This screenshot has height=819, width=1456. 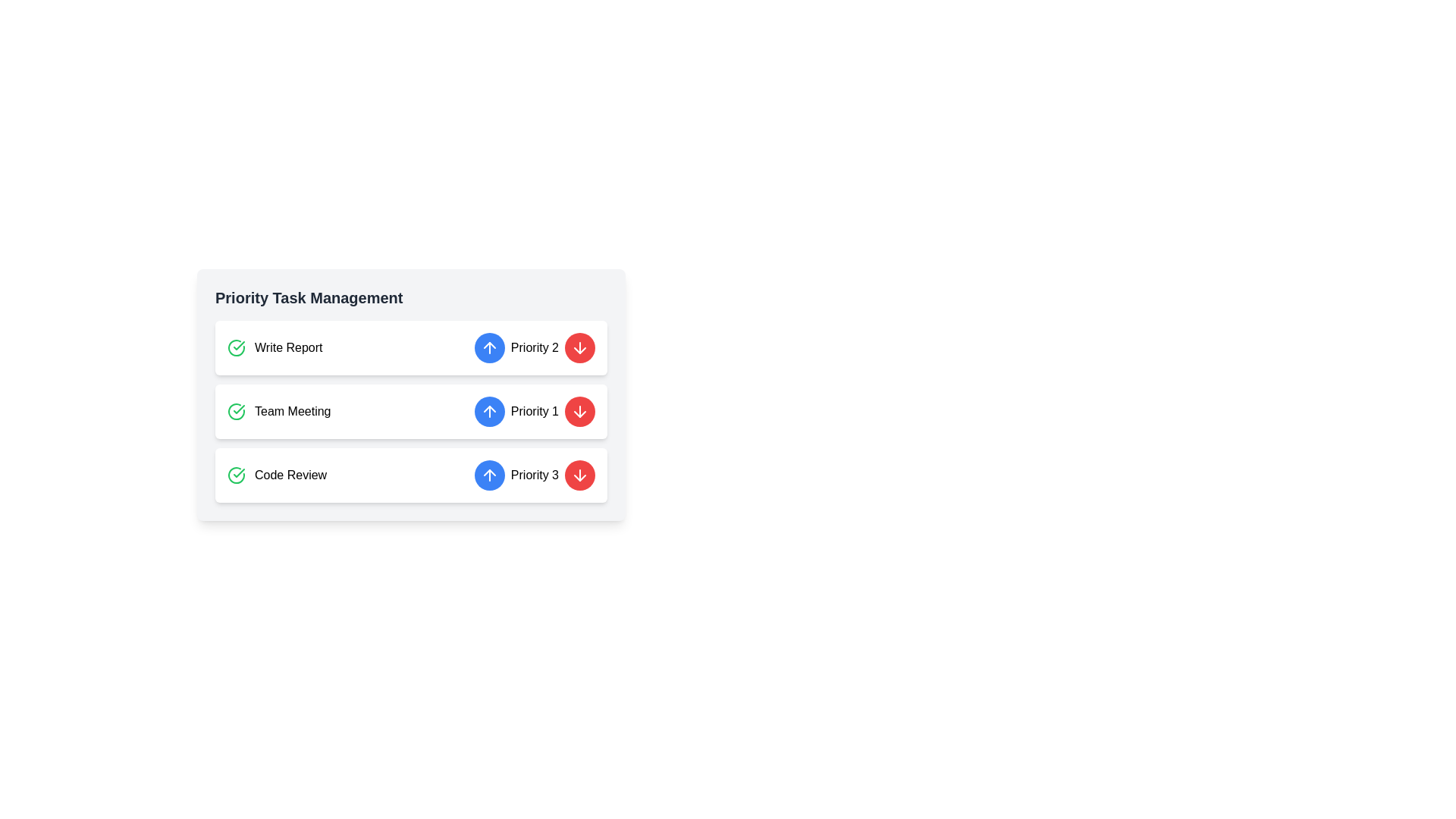 I want to click on the text label identifying the task titled 'Team Meeting' in the 'Priority Task Management' section, so click(x=279, y=412).